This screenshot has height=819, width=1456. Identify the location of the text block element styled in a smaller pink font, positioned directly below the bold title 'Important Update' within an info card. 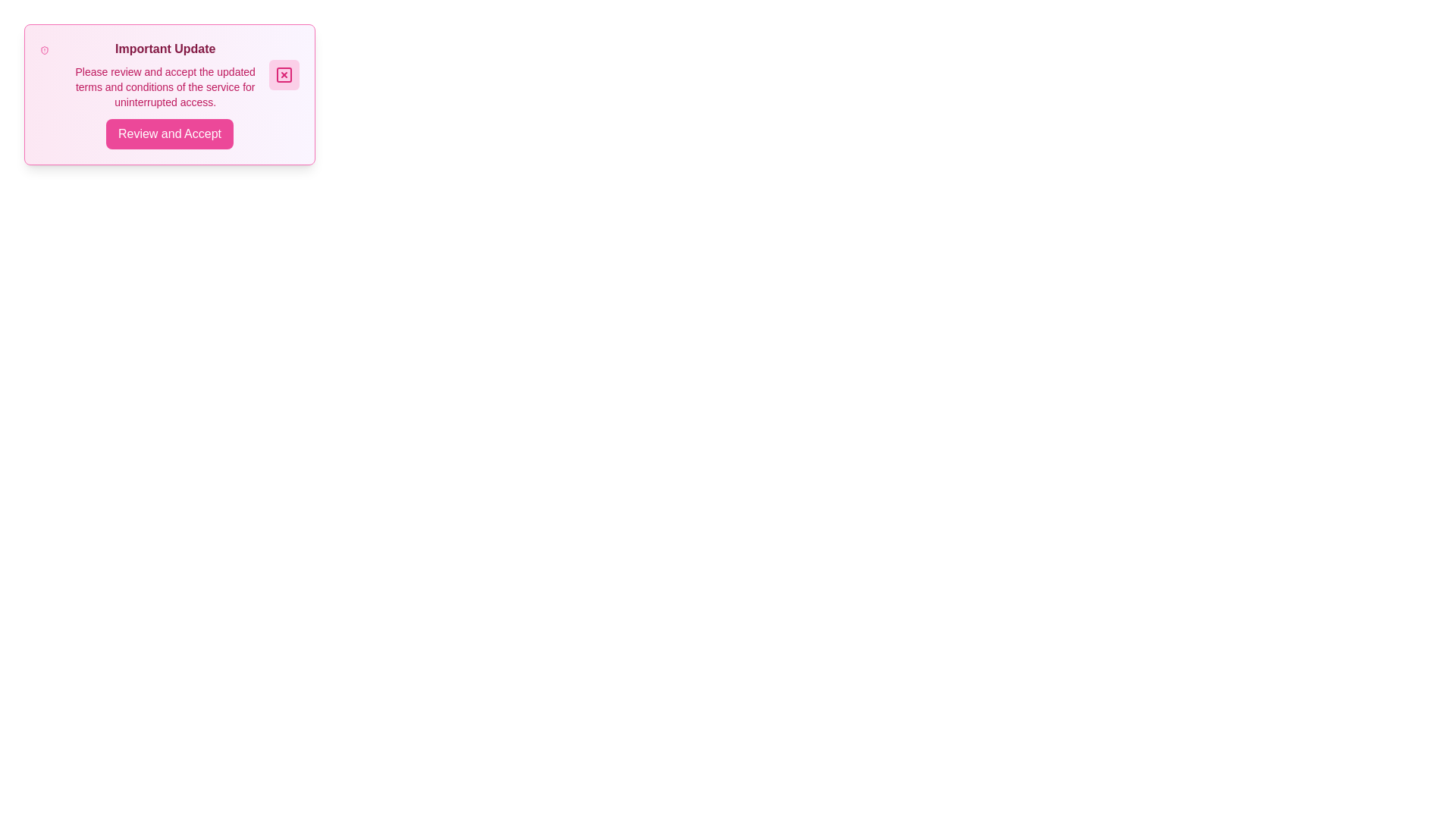
(165, 87).